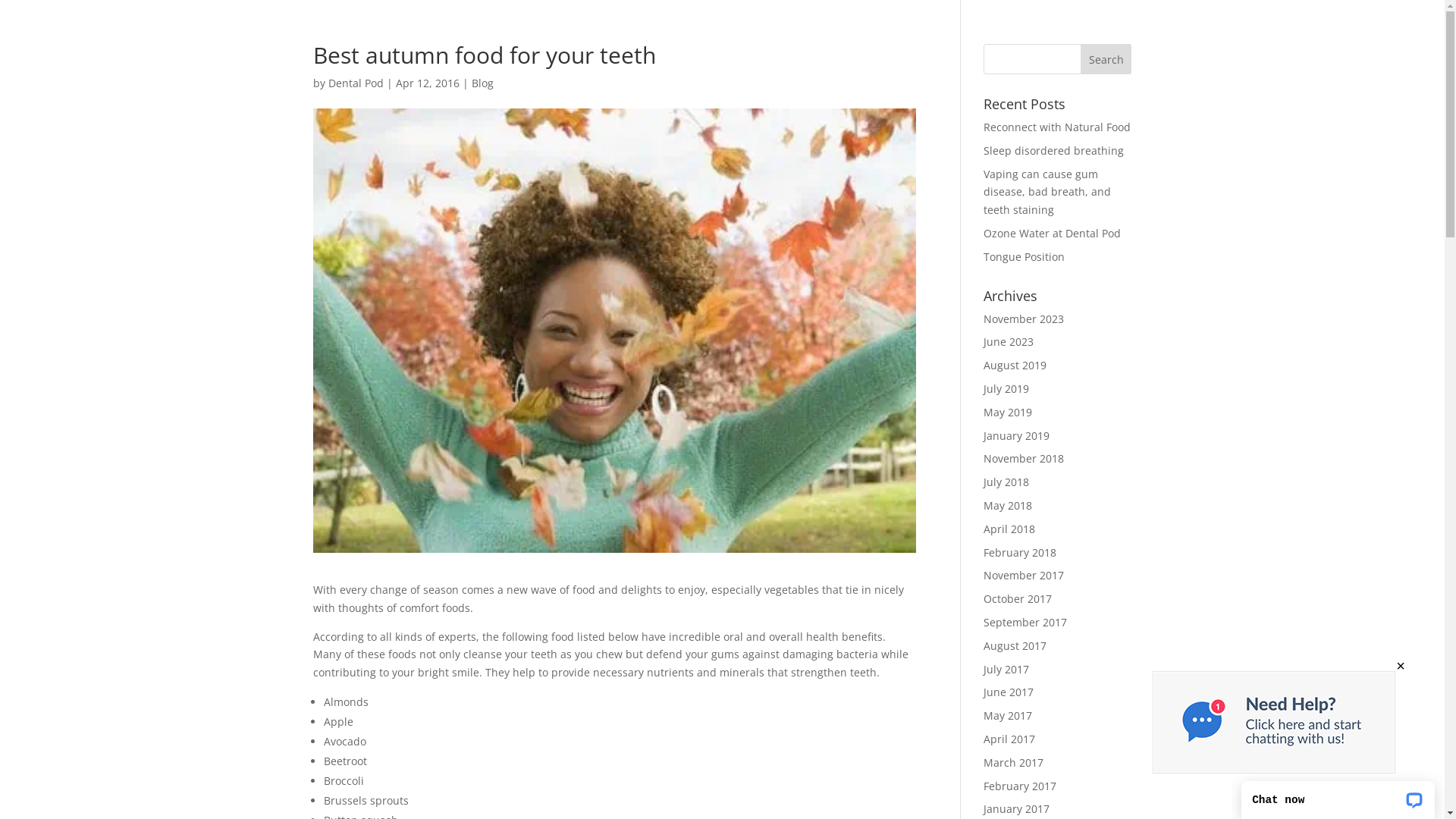 The height and width of the screenshot is (819, 1456). I want to click on 'April 2017', so click(1009, 738).